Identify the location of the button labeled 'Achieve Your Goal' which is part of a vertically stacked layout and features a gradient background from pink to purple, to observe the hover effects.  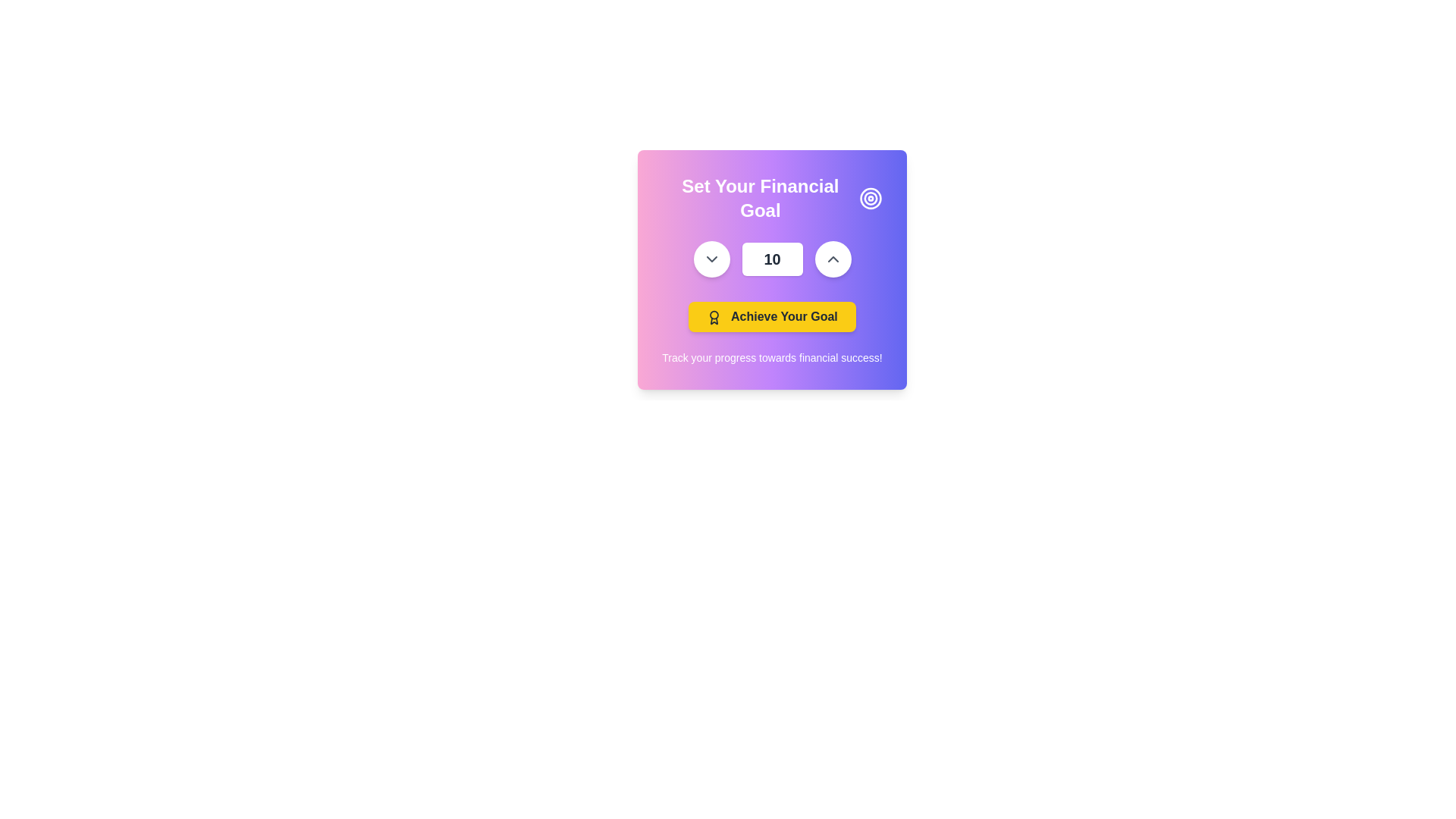
(772, 287).